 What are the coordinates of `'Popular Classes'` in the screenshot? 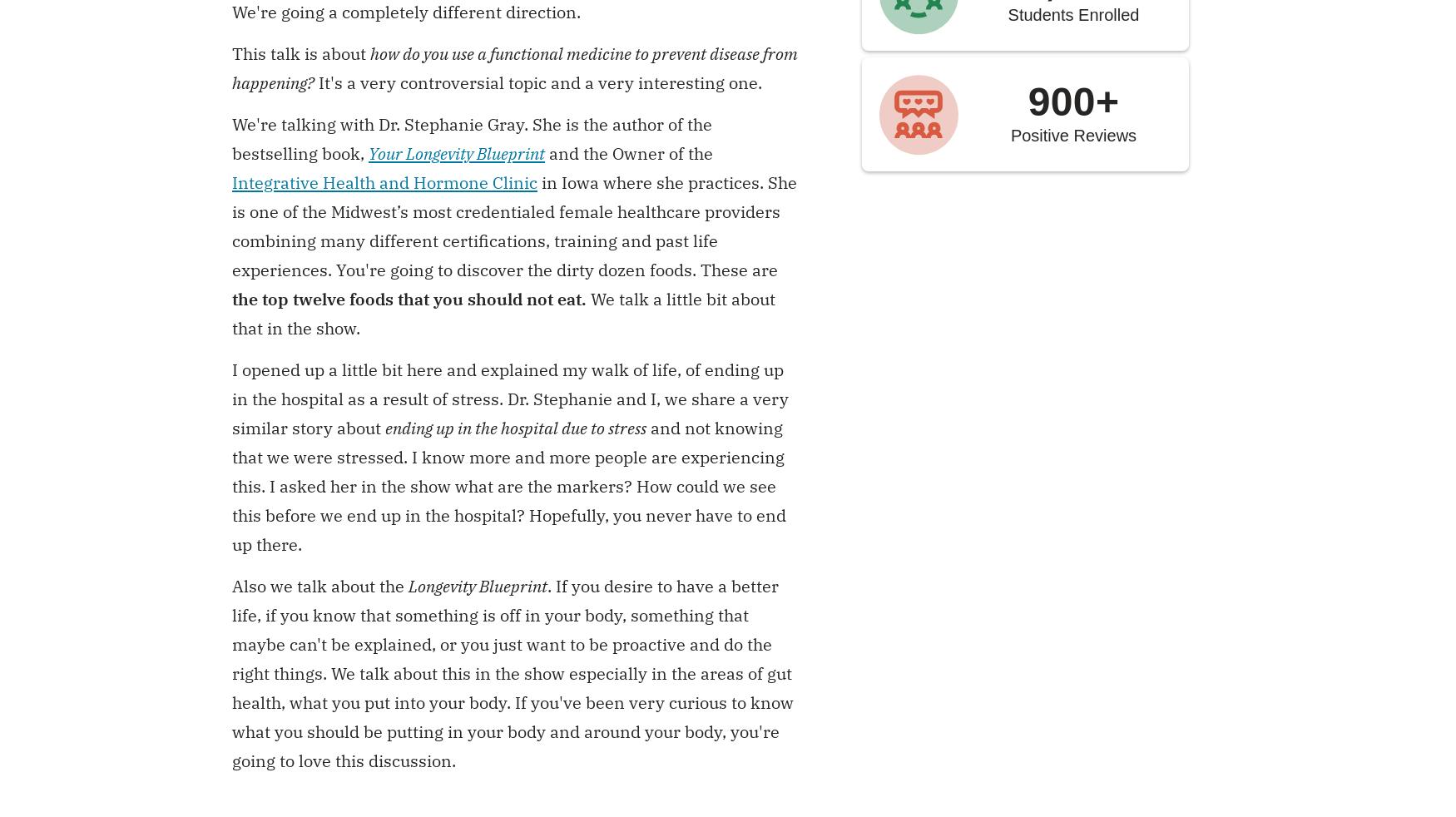 It's located at (728, 325).